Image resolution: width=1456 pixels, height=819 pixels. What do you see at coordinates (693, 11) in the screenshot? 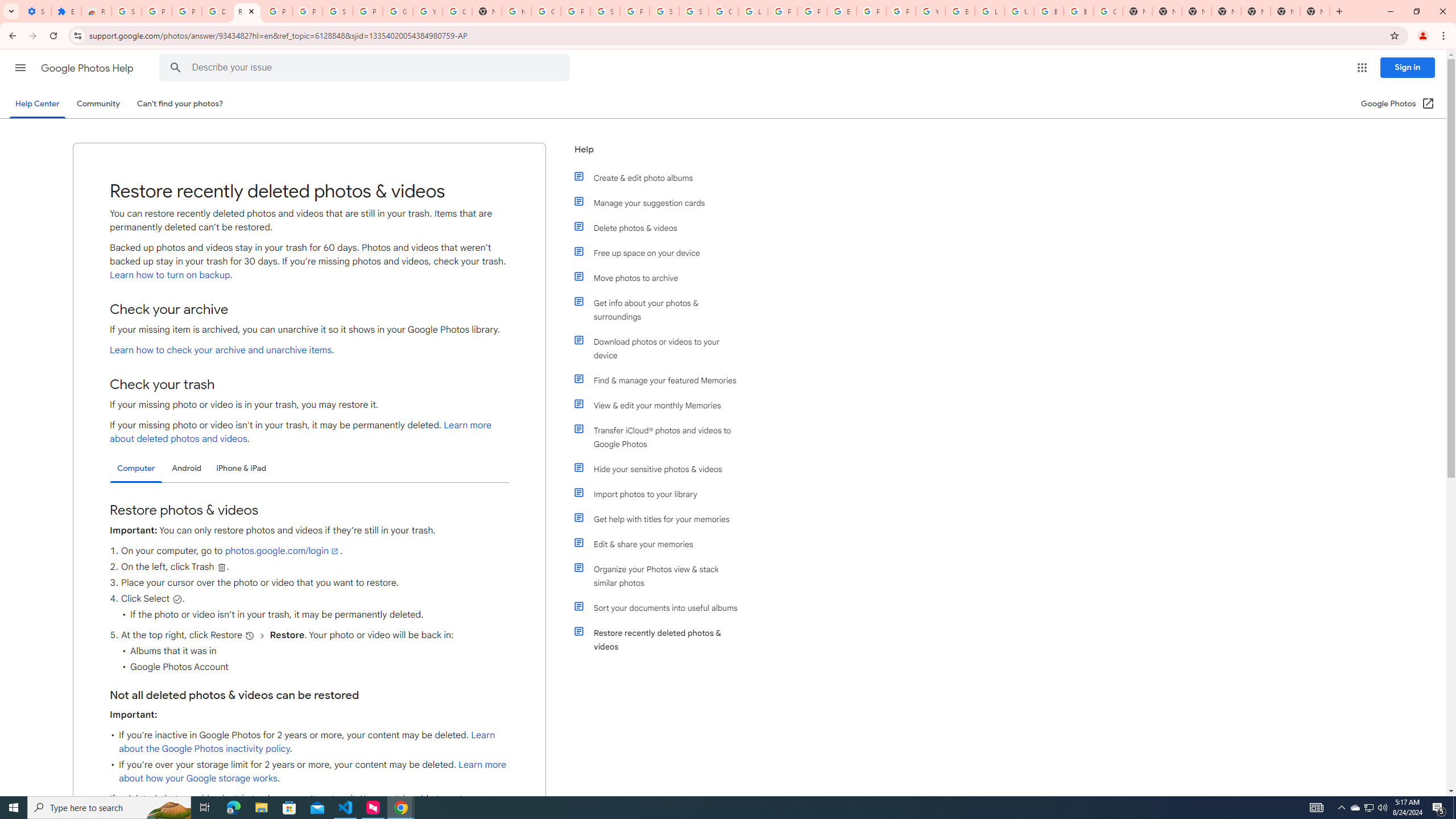
I see `'Sign in - Google Accounts'` at bounding box center [693, 11].